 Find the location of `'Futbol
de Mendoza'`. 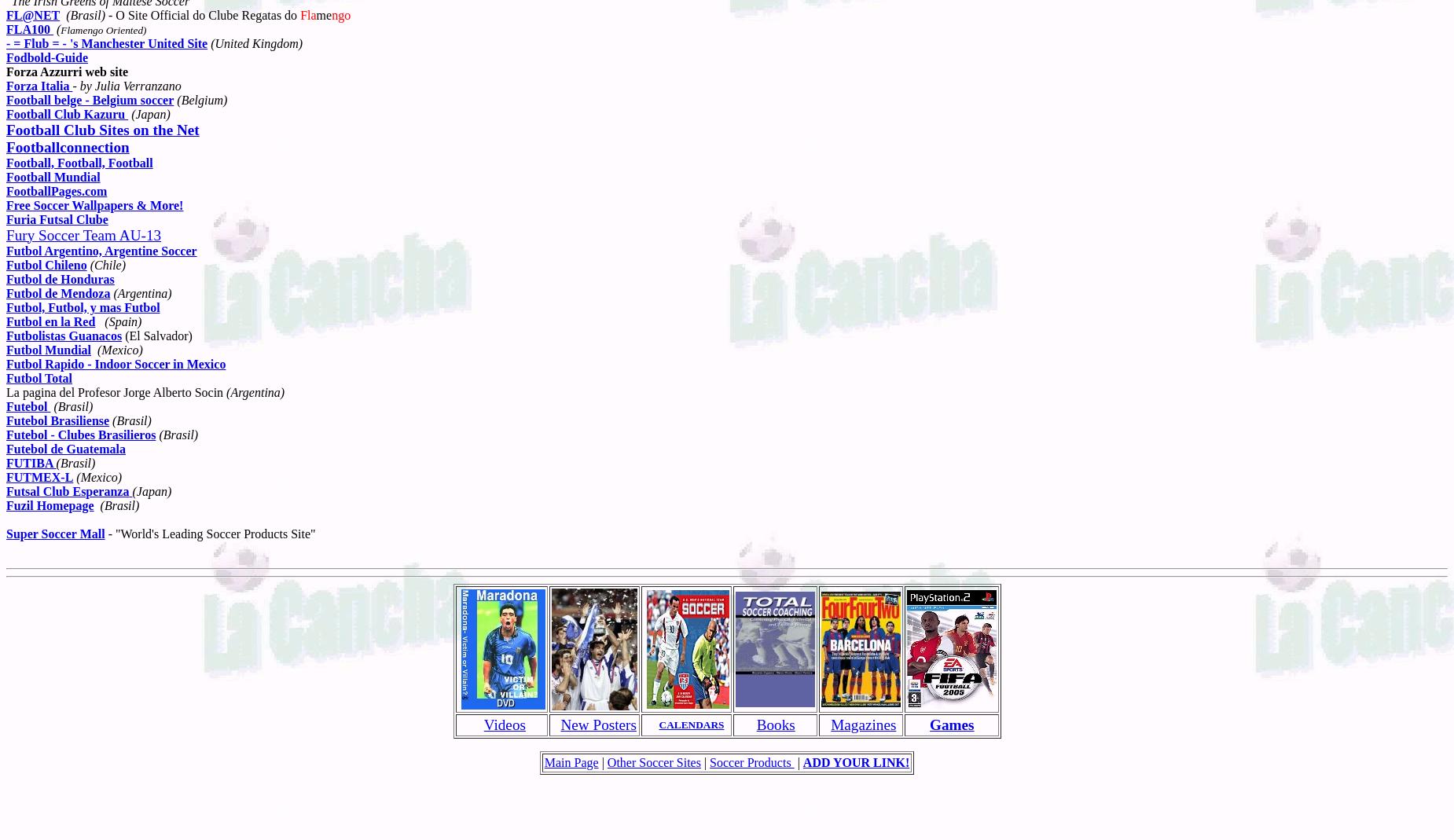

'Futbol
de Mendoza' is located at coordinates (57, 292).